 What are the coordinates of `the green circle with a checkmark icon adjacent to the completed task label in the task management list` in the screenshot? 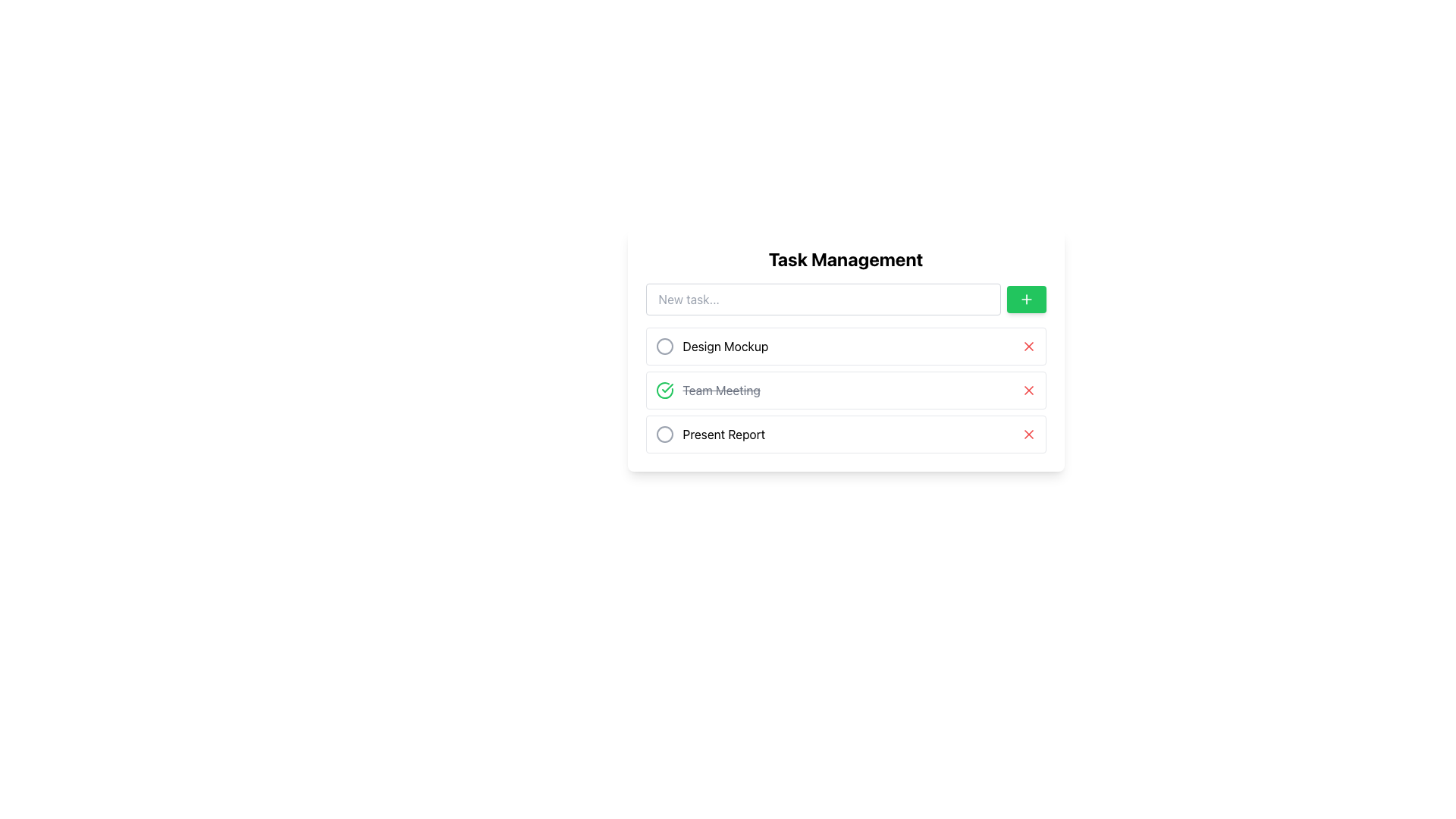 It's located at (720, 390).